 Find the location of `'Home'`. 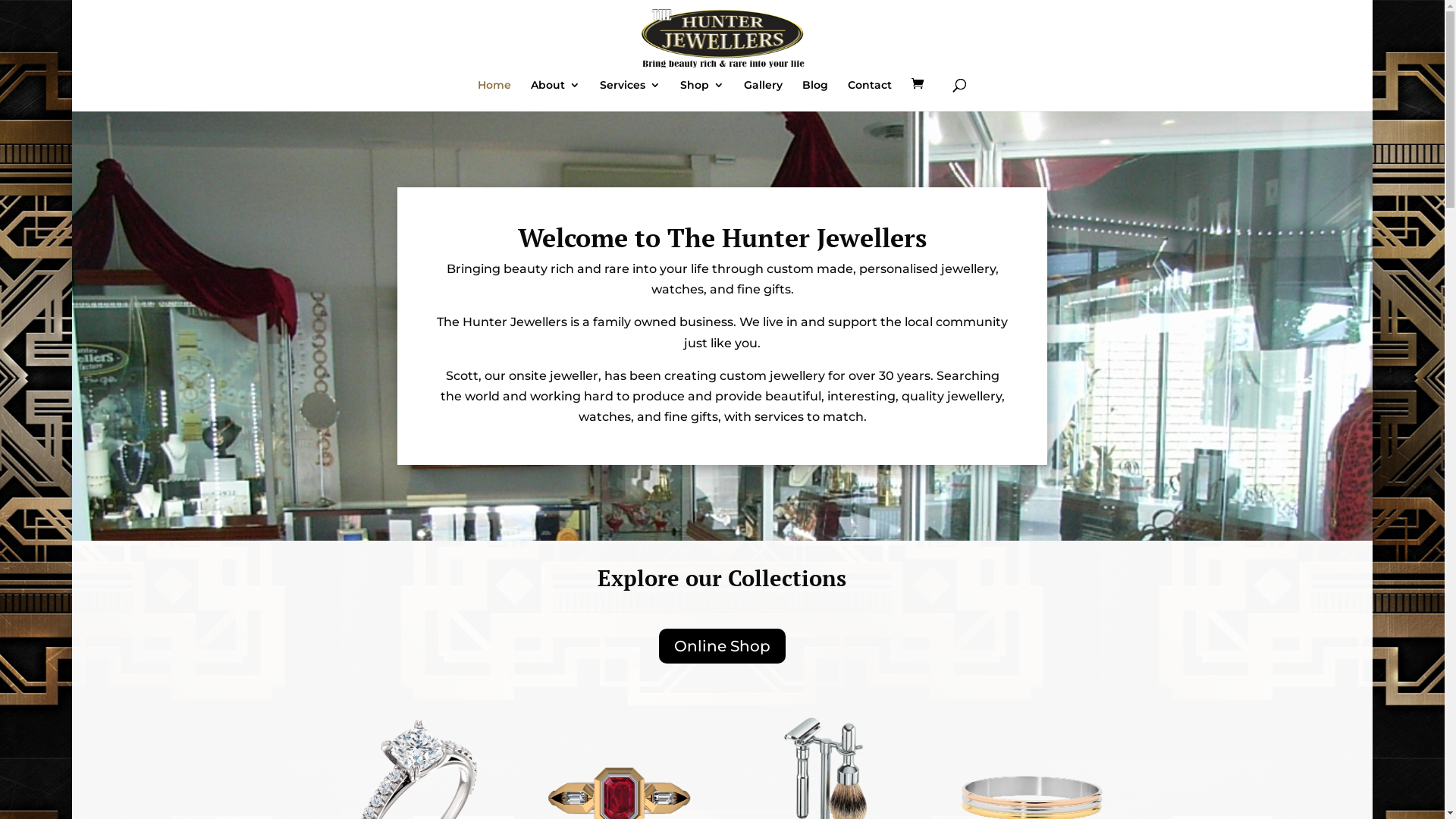

'Home' is located at coordinates (494, 96).